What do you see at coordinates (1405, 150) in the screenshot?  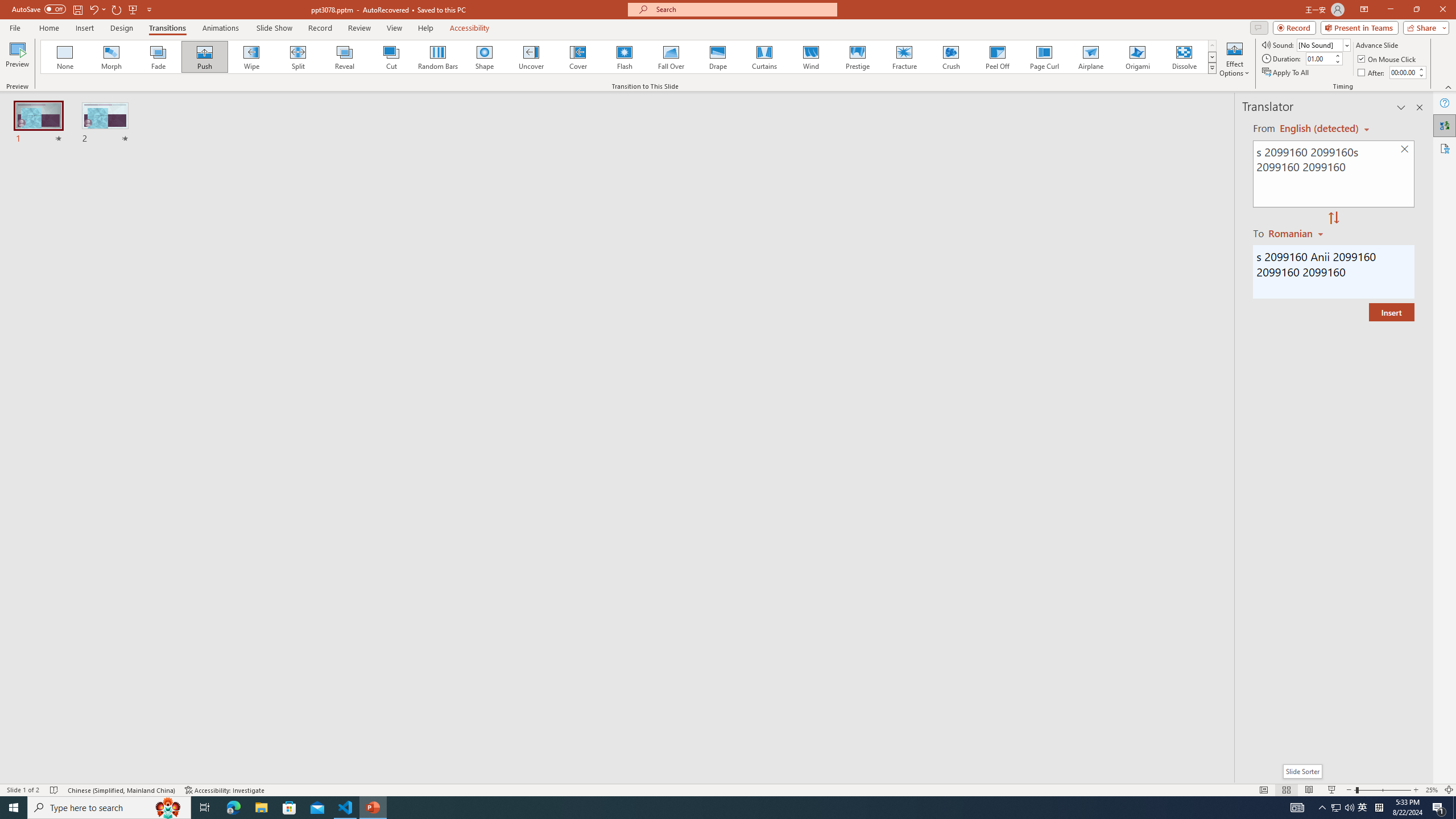 I see `'Clear text'` at bounding box center [1405, 150].